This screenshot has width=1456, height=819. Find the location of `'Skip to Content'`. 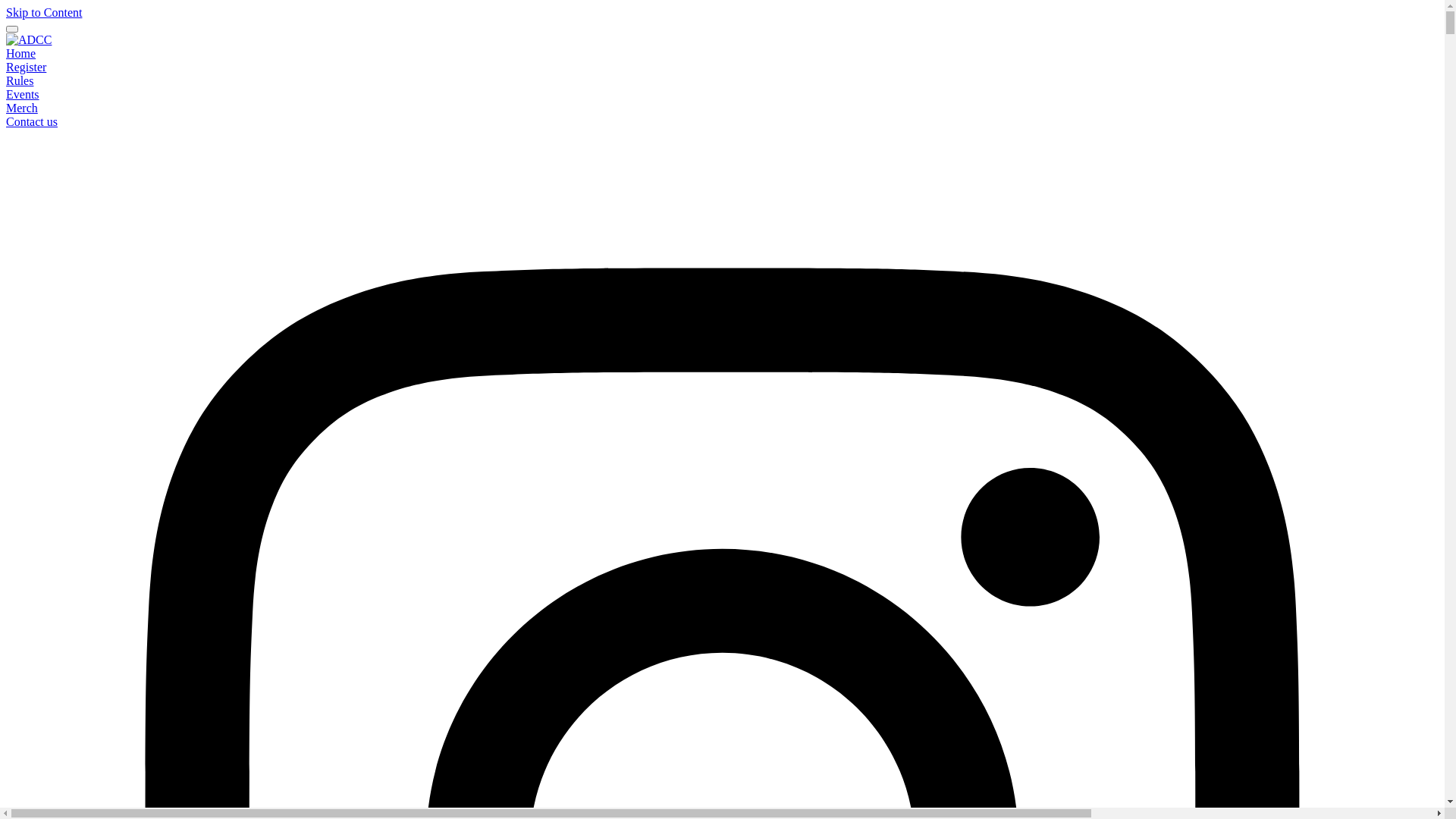

'Skip to Content' is located at coordinates (43, 12).